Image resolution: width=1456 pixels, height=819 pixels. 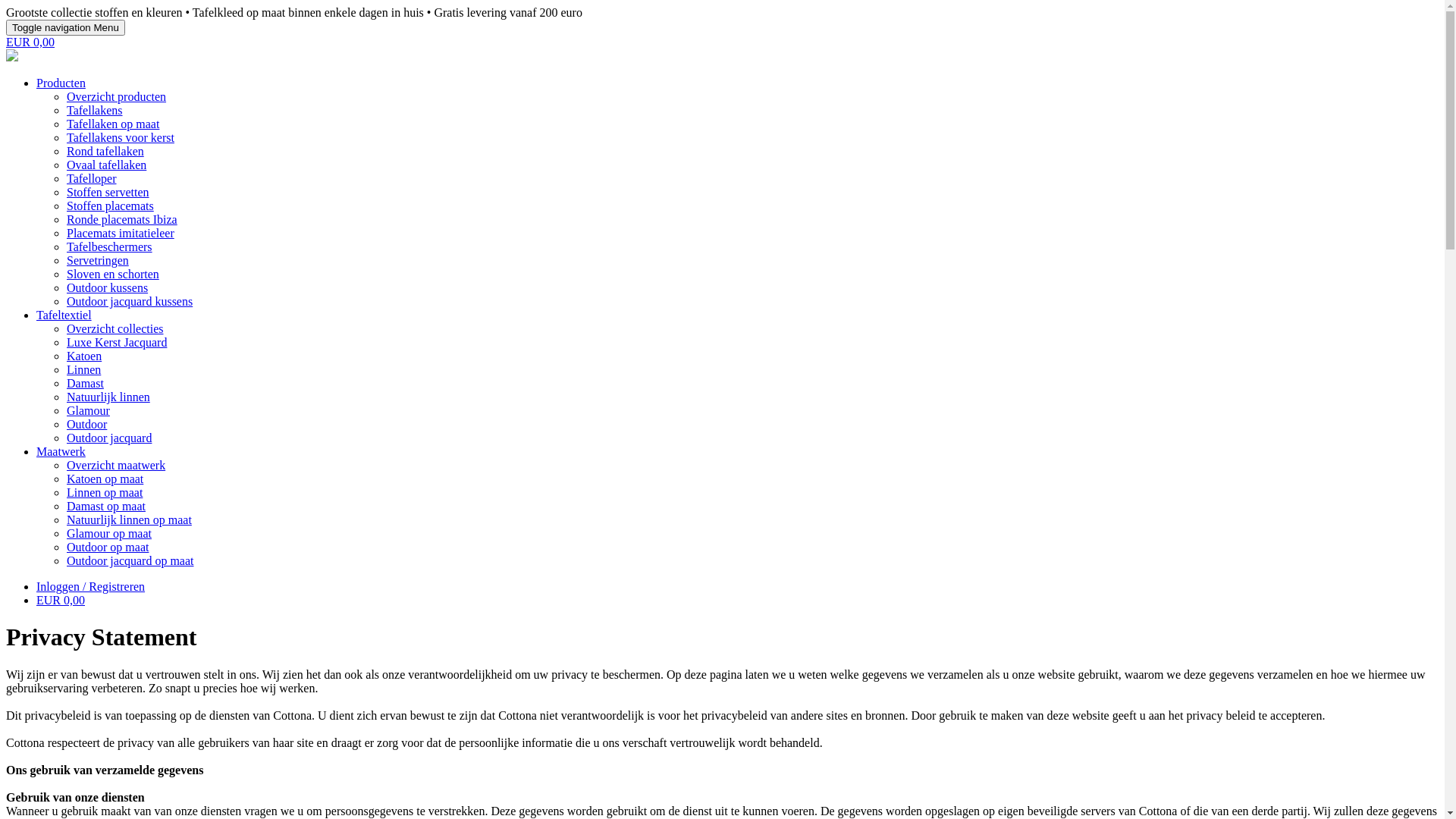 I want to click on 'Outdoor kussens', so click(x=106, y=287).